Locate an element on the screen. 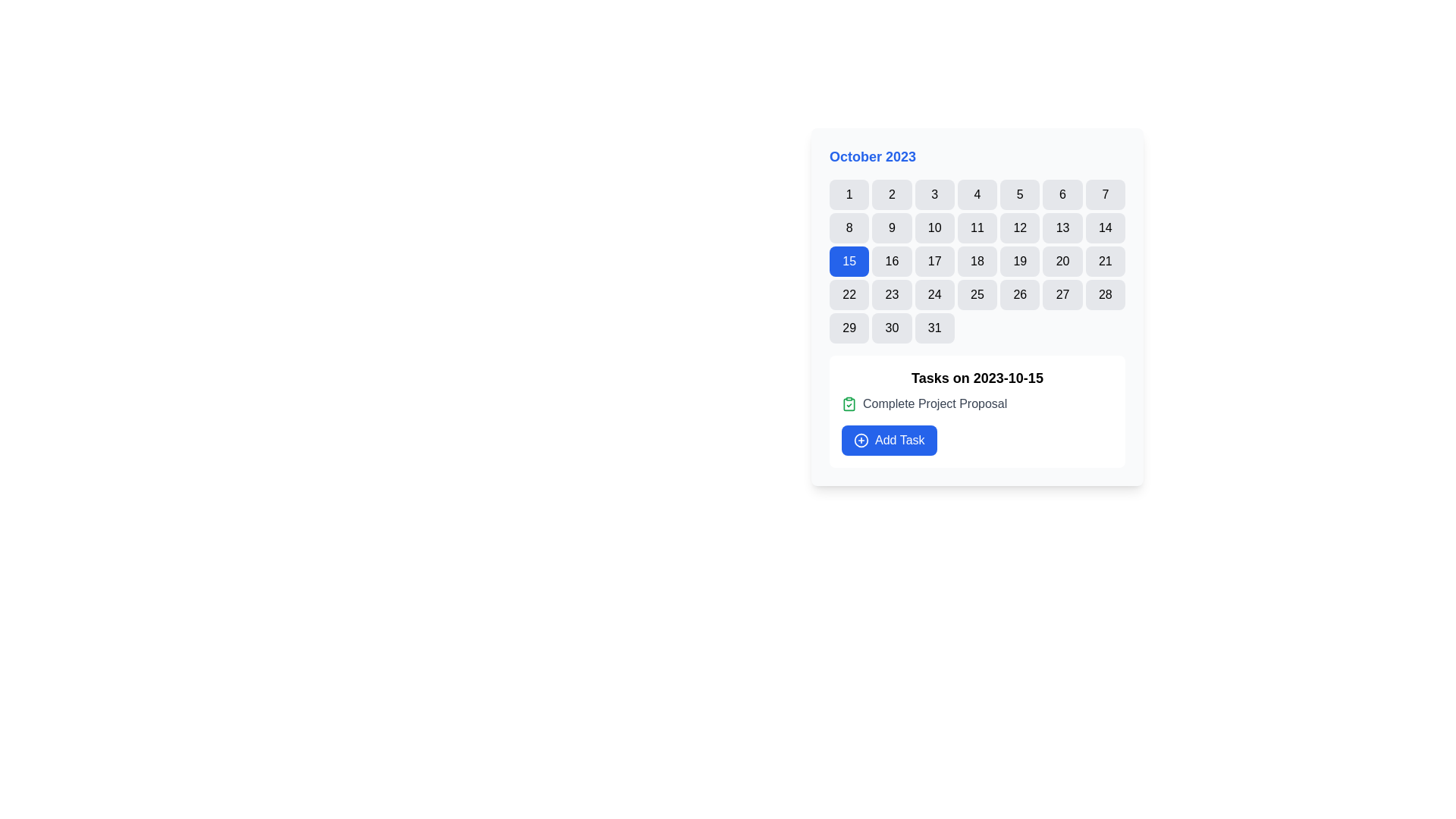  the button representing the 29th day in the calendar is located at coordinates (849, 327).